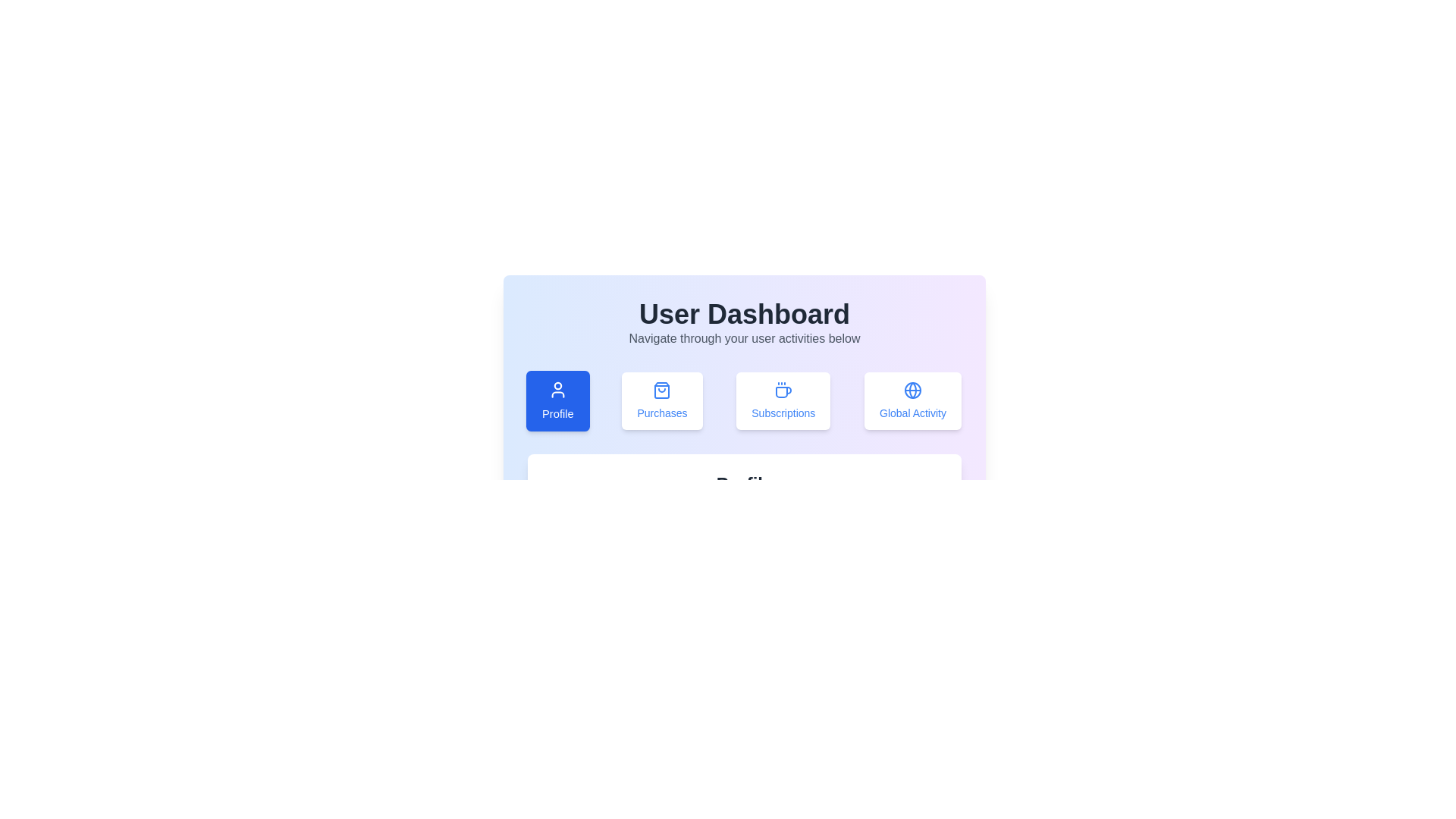 The height and width of the screenshot is (819, 1456). Describe the element at coordinates (783, 400) in the screenshot. I see `the 'Subscriptions' tab to activate it and view its content` at that location.